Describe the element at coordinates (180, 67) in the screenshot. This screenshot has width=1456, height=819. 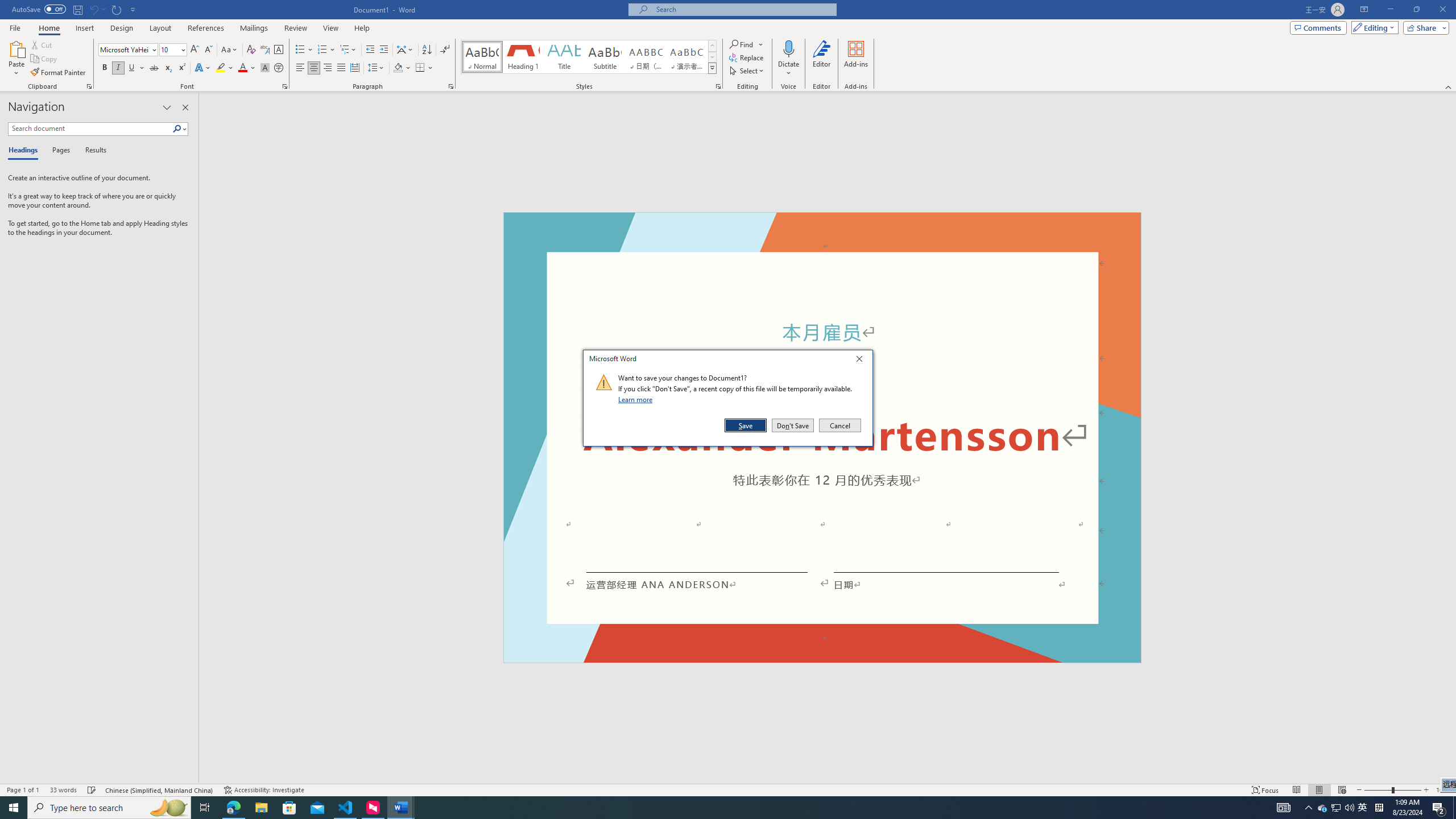
I see `'Superscript'` at that location.